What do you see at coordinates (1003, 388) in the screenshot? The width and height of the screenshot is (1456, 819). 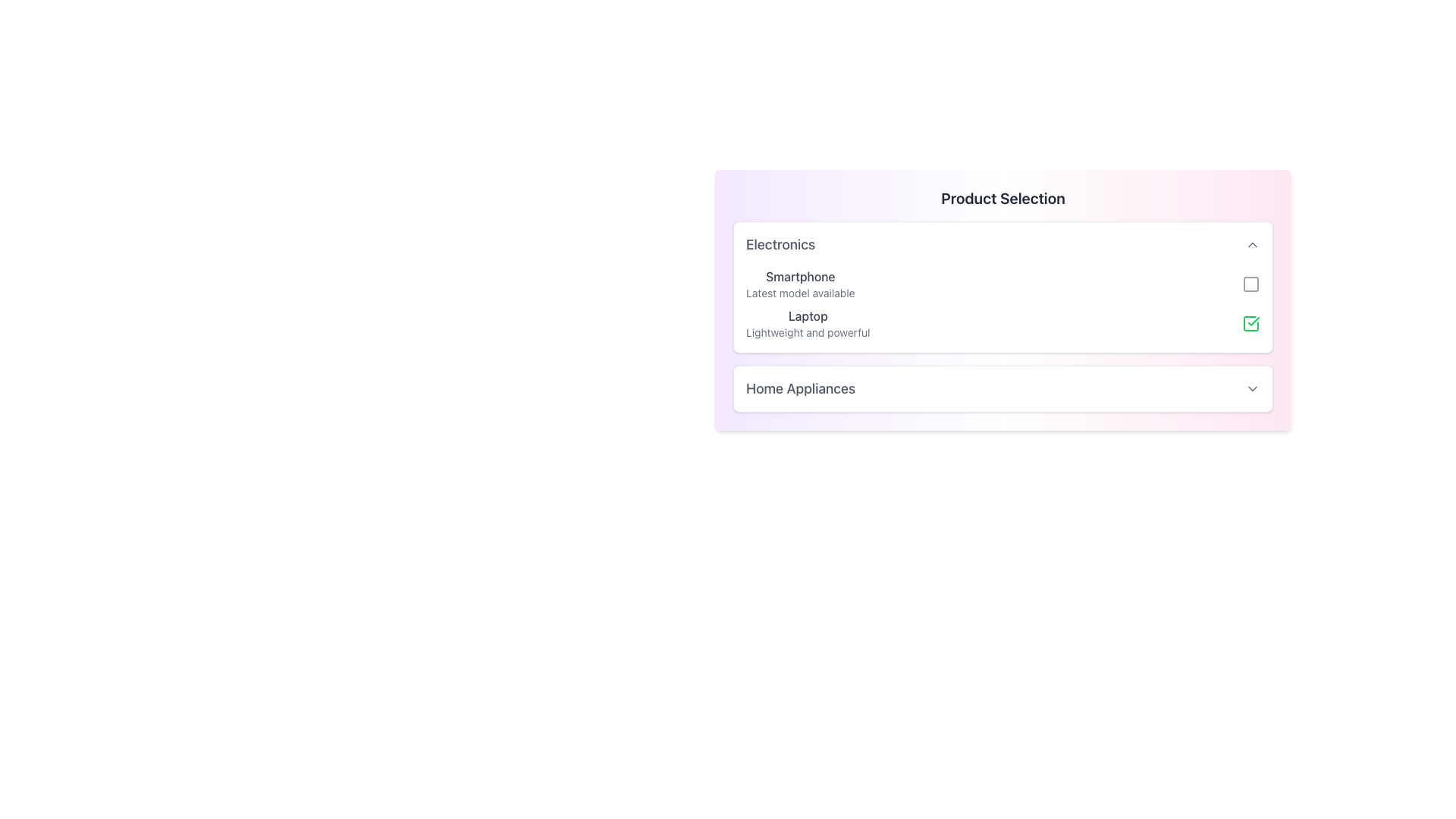 I see `the arrow of the Dropdown Menu related to 'Home Appliances'` at bounding box center [1003, 388].